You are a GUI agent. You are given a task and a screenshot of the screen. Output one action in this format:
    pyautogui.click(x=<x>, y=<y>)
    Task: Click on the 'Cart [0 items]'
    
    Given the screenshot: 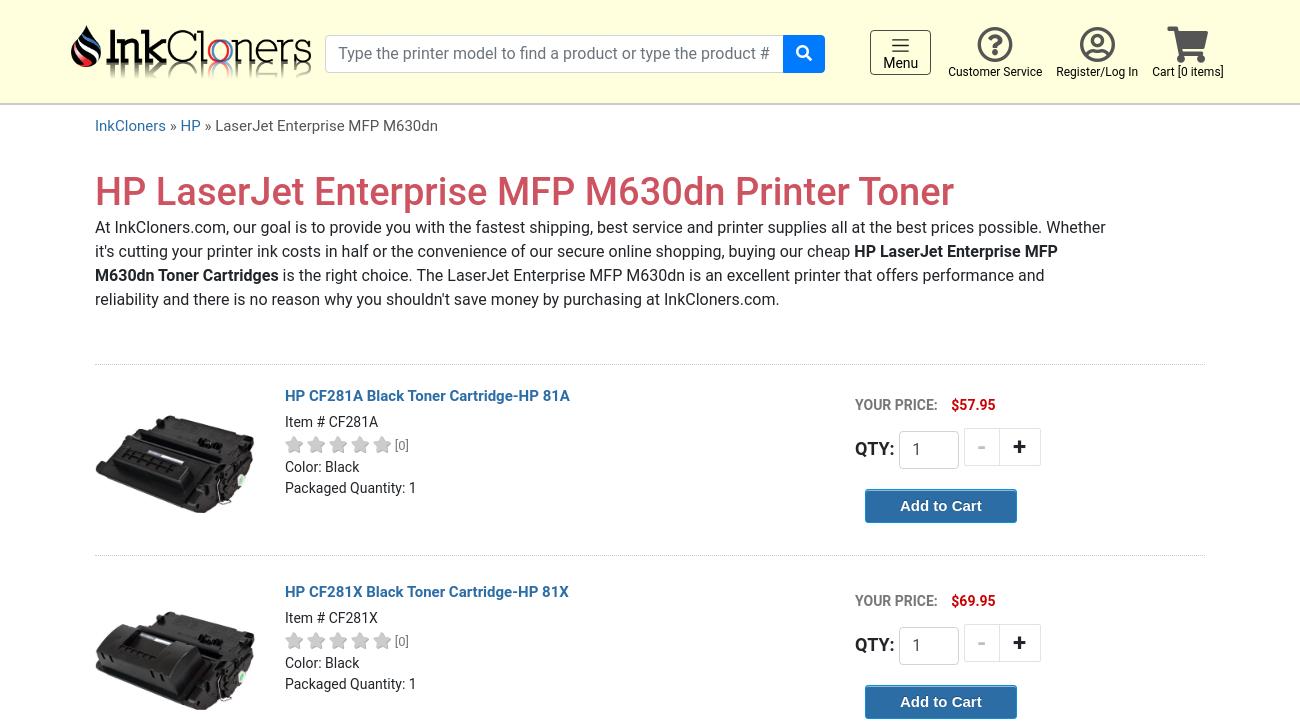 What is the action you would take?
    pyautogui.click(x=1187, y=71)
    